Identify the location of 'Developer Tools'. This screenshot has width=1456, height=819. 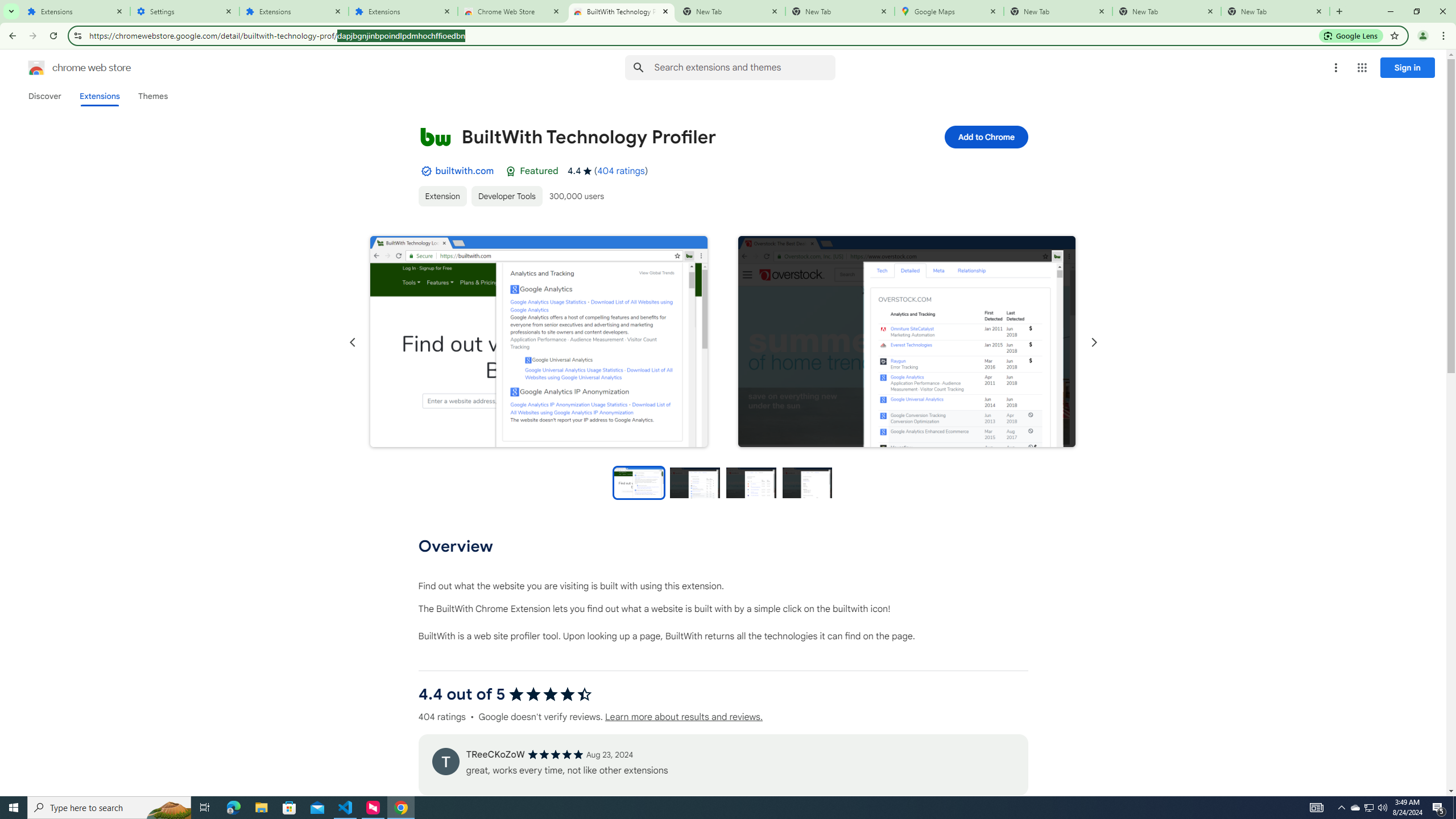
(506, 196).